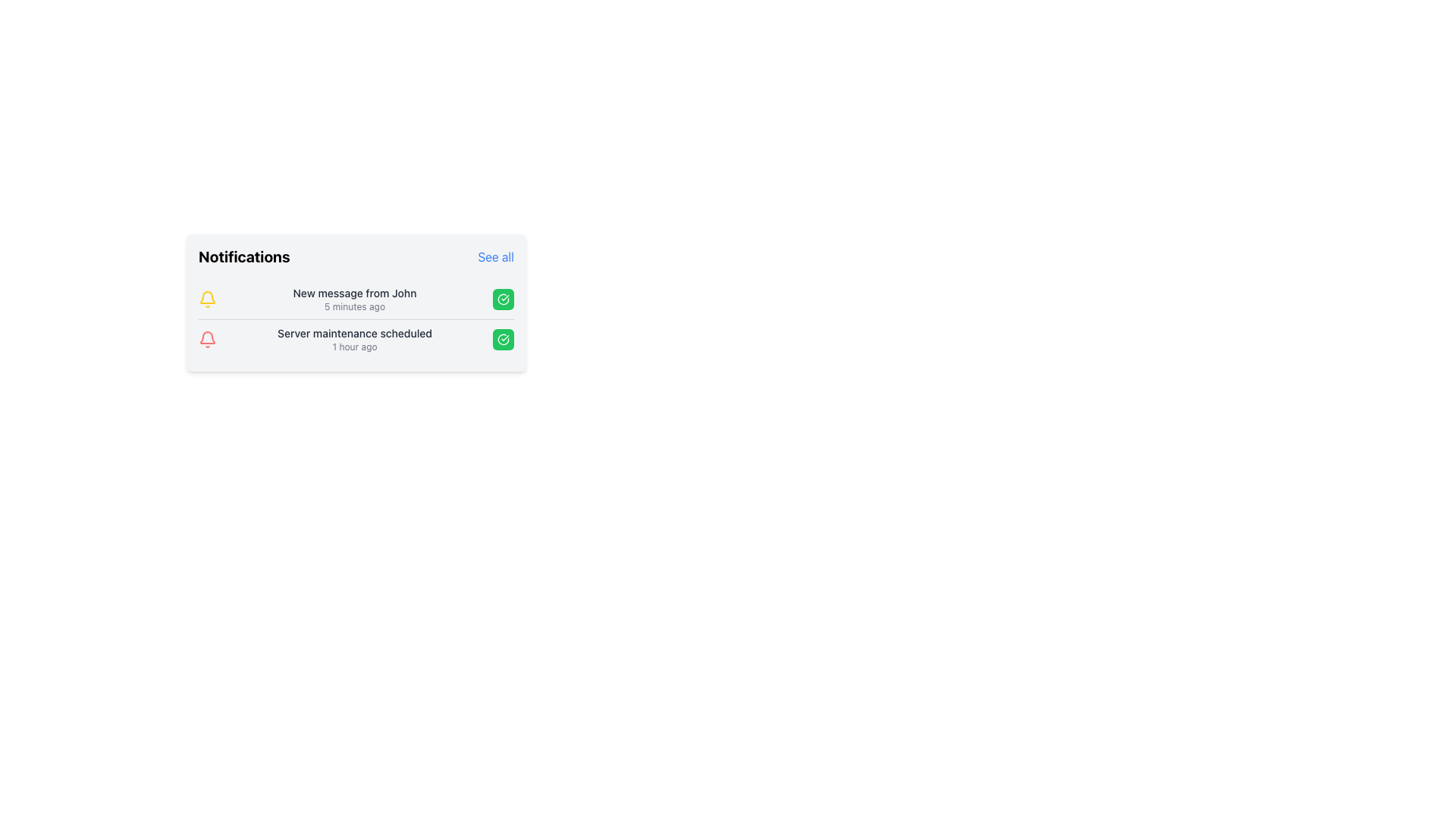  I want to click on the icon representing the notification about server maintenance, located to the left of the 'Server maintenance scheduled' notification text, so click(206, 338).